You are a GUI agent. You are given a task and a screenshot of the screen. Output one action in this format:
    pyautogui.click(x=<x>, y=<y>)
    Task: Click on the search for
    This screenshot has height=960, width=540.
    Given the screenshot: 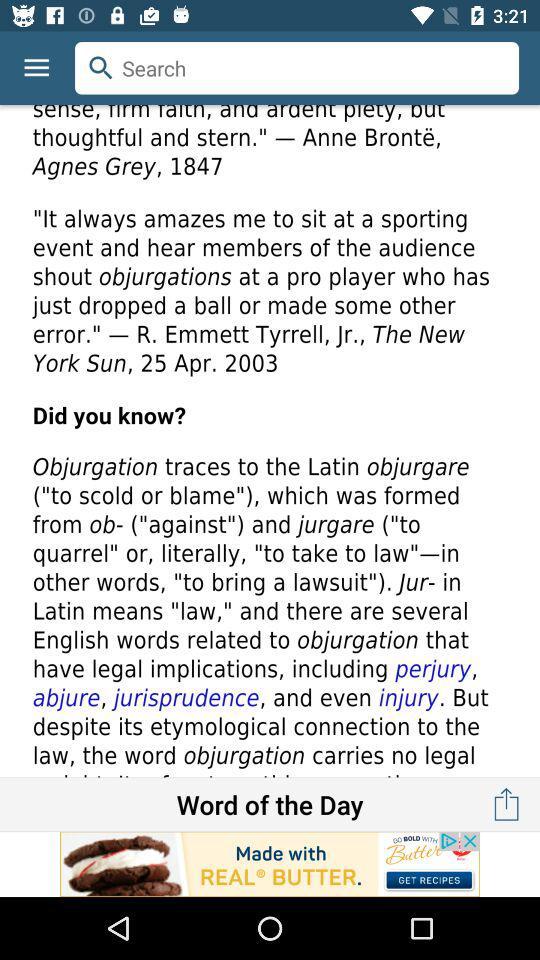 What is the action you would take?
    pyautogui.click(x=296, y=68)
    